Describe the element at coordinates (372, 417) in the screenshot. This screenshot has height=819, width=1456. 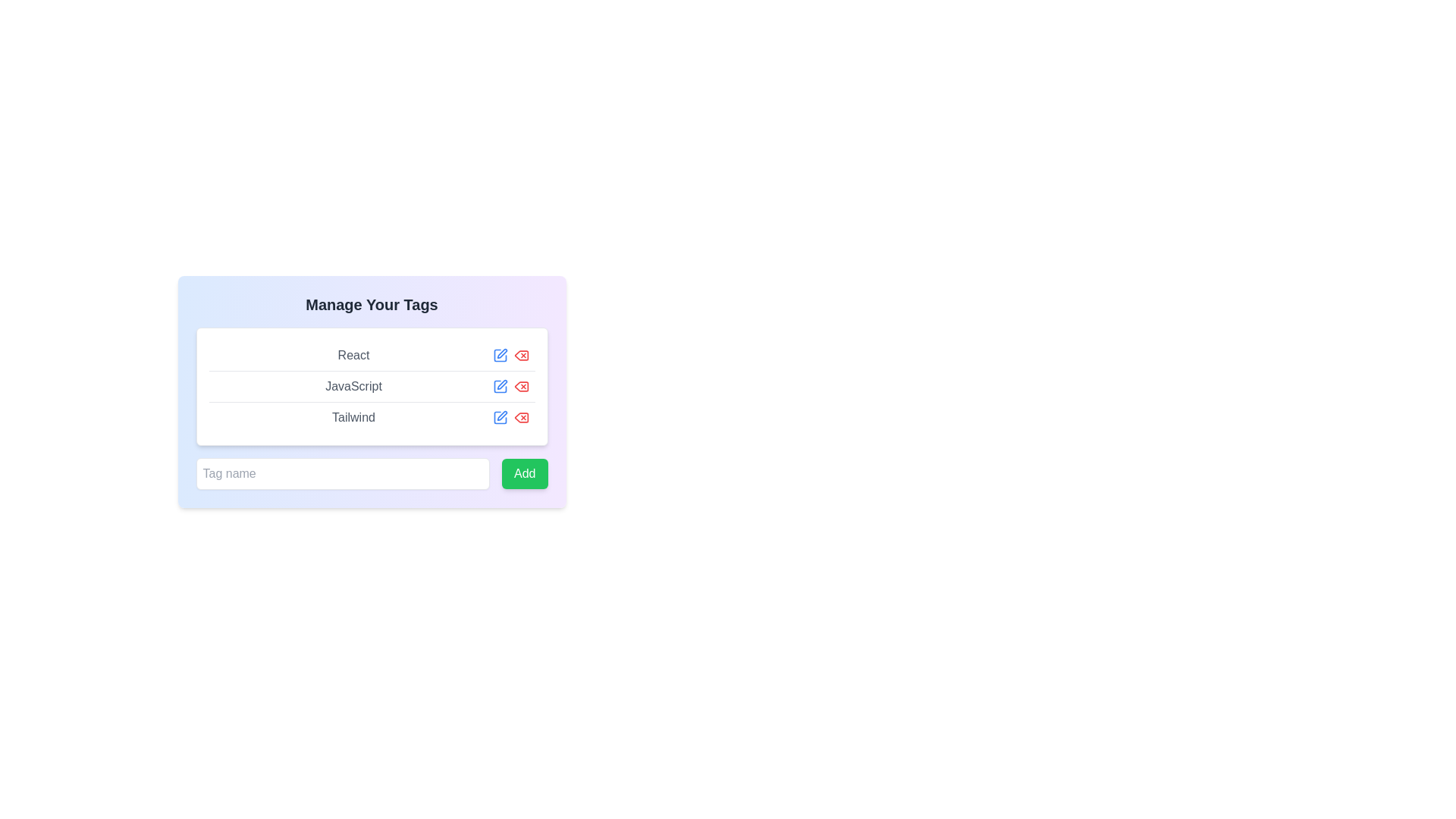
I see `and drop the 'Tailwind' list item` at that location.